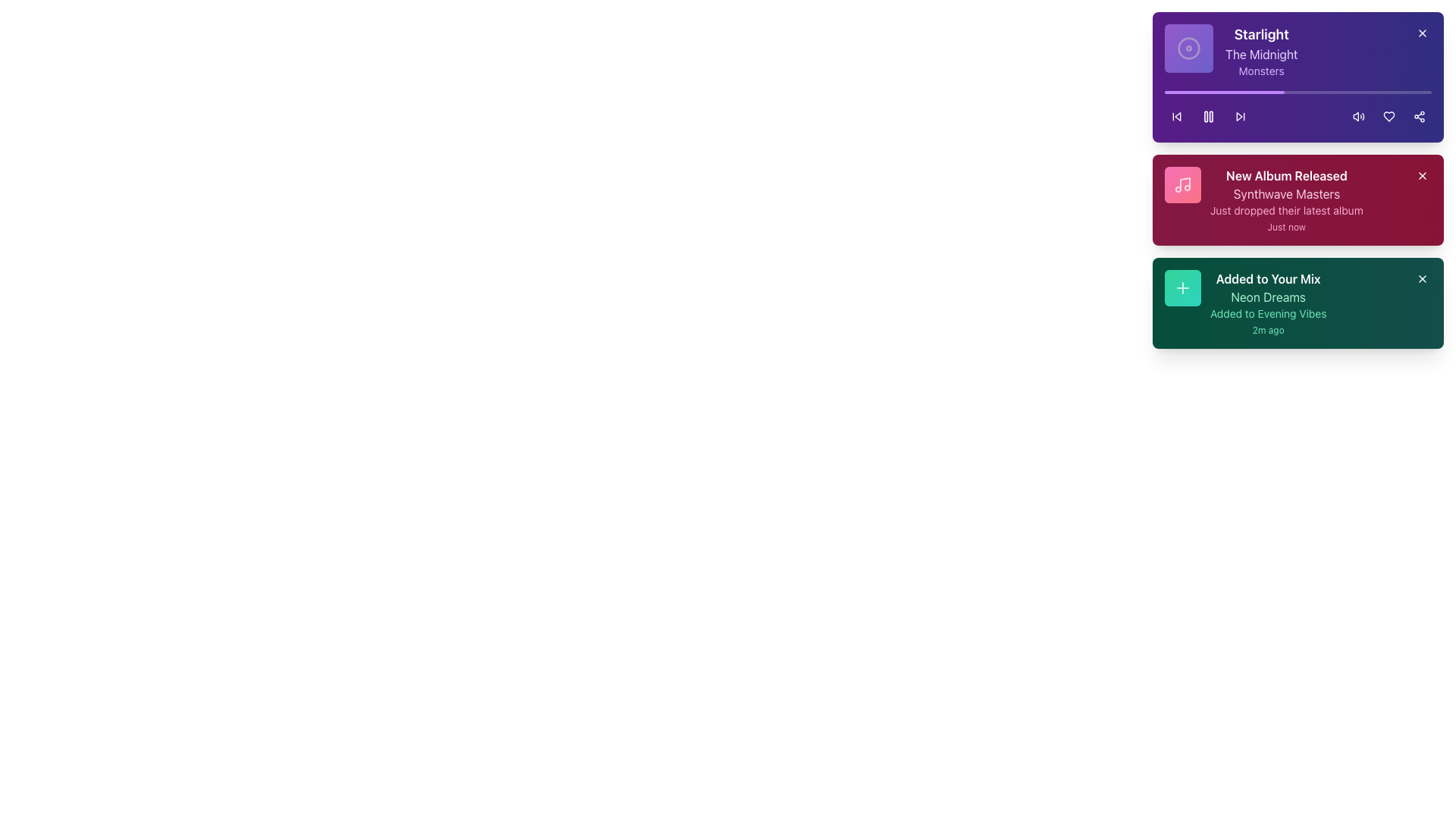  What do you see at coordinates (1268, 297) in the screenshot?
I see `the text label that provides a title related to the notification content, located in the center of the green notification card, beneath 'Added to Your Mix' and above 'Added to Evening Vibes'` at bounding box center [1268, 297].